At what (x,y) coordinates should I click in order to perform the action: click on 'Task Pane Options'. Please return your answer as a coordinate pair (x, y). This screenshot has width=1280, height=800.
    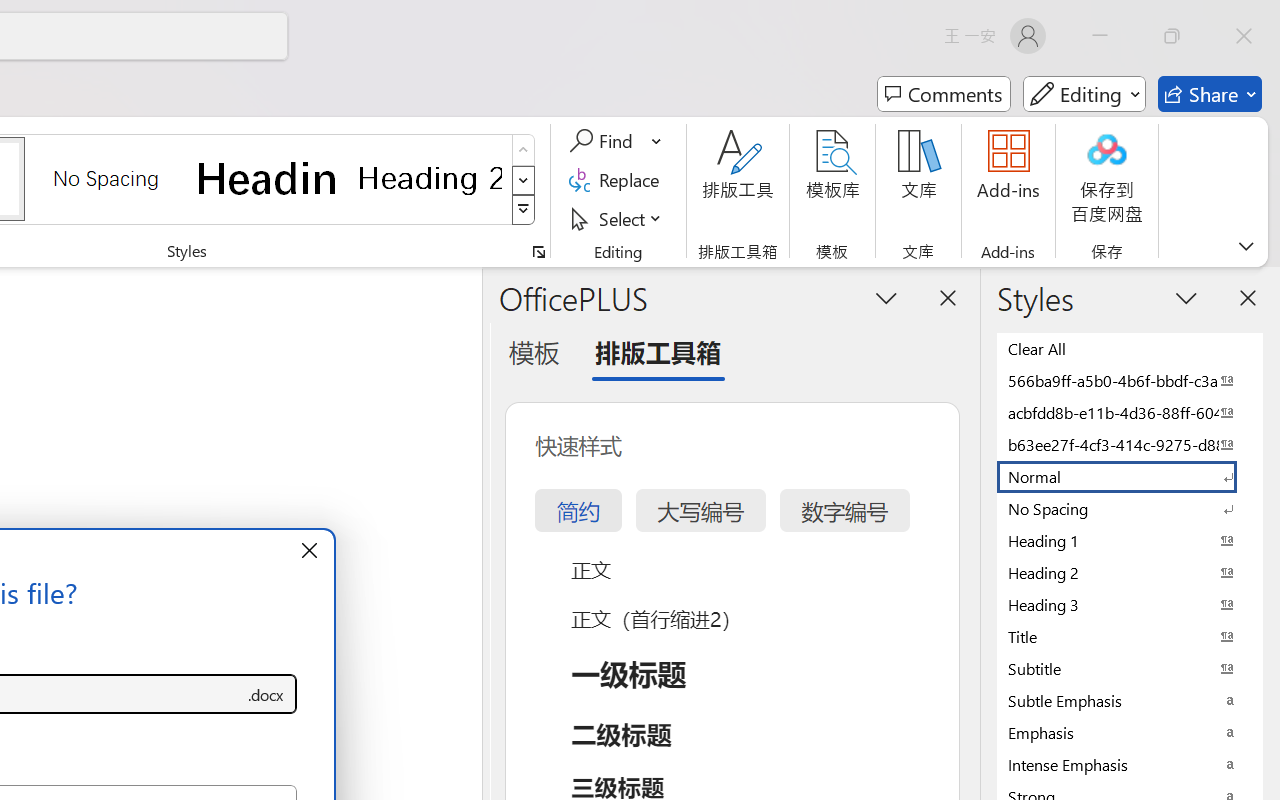
    Looking at the image, I should click on (886, 297).